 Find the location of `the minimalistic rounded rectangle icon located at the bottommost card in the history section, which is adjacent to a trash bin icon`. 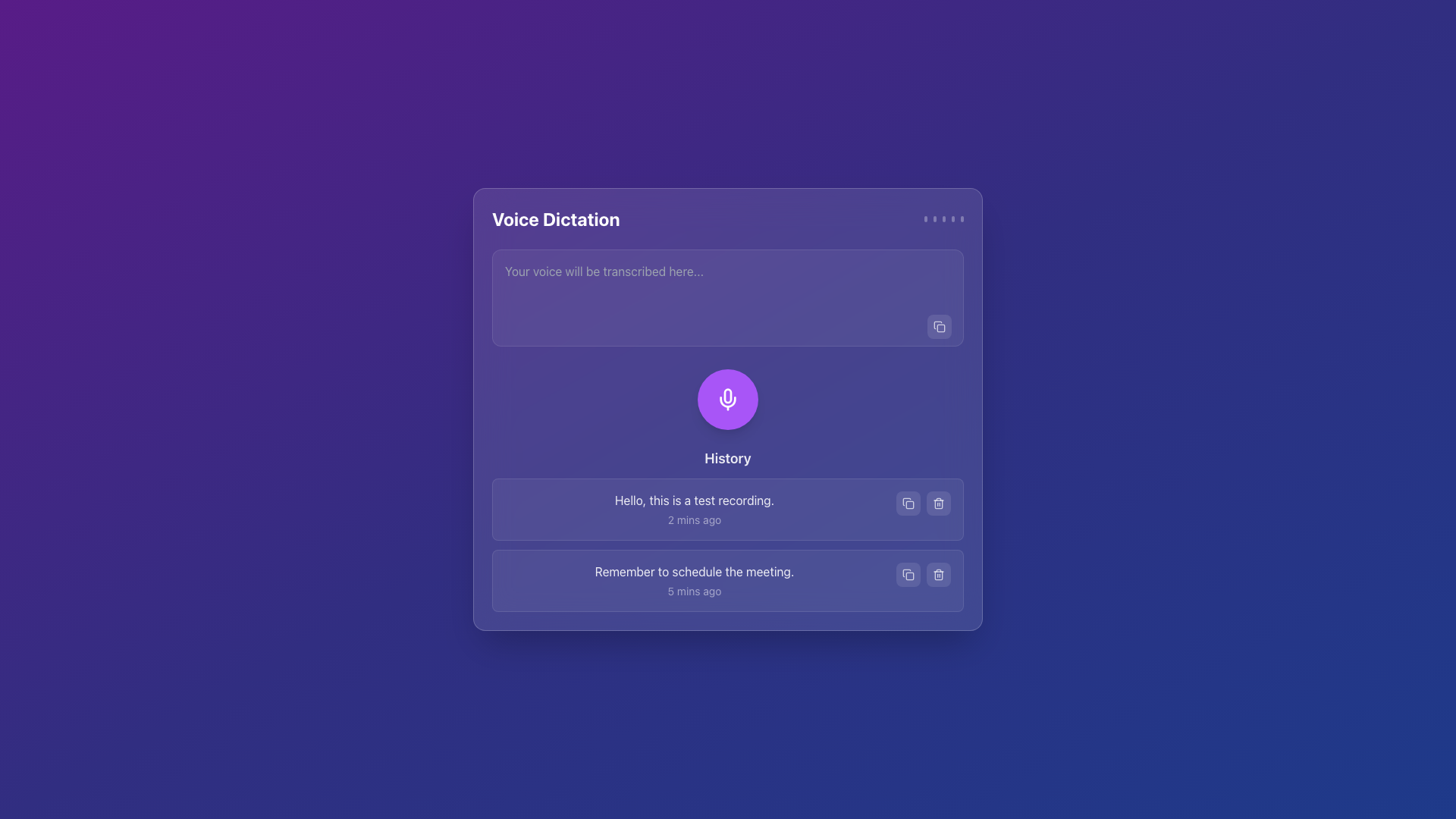

the minimalistic rounded rectangle icon located at the bottommost card in the history section, which is adjacent to a trash bin icon is located at coordinates (910, 576).